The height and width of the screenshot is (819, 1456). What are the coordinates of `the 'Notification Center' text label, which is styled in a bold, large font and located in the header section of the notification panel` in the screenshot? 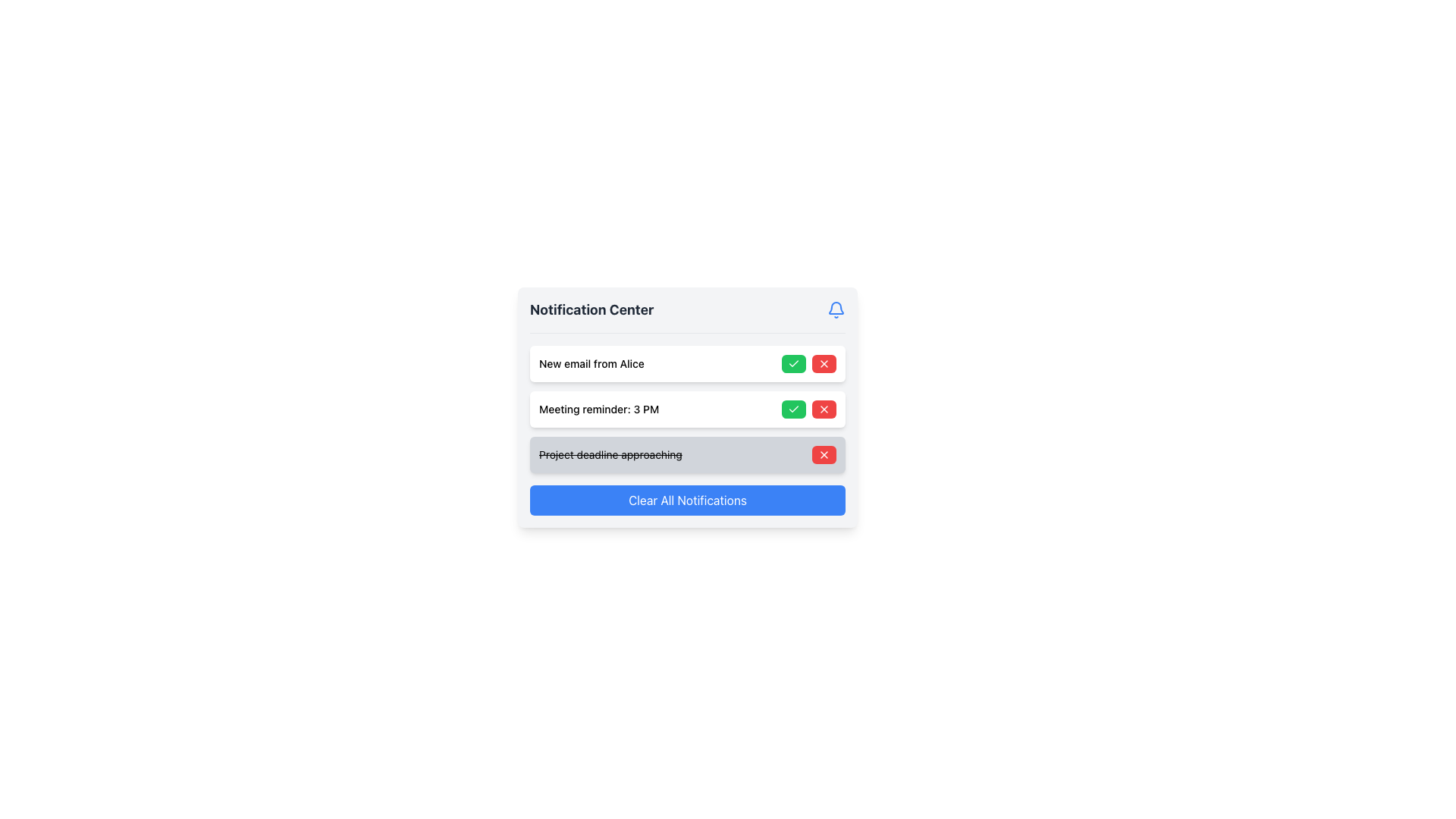 It's located at (591, 309).